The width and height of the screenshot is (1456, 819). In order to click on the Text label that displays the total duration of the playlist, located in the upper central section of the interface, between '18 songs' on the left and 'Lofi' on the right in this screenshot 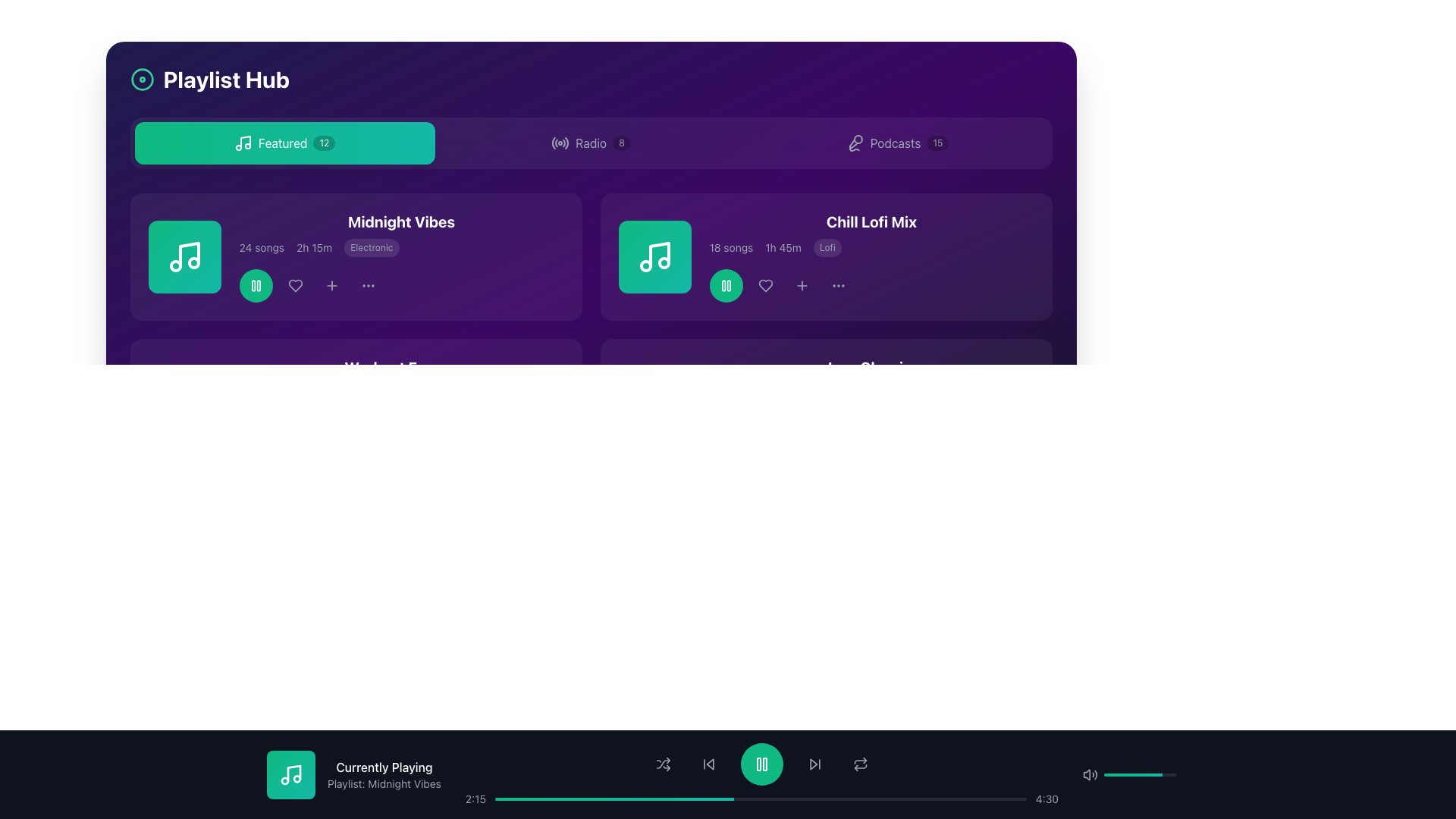, I will do `click(783, 247)`.